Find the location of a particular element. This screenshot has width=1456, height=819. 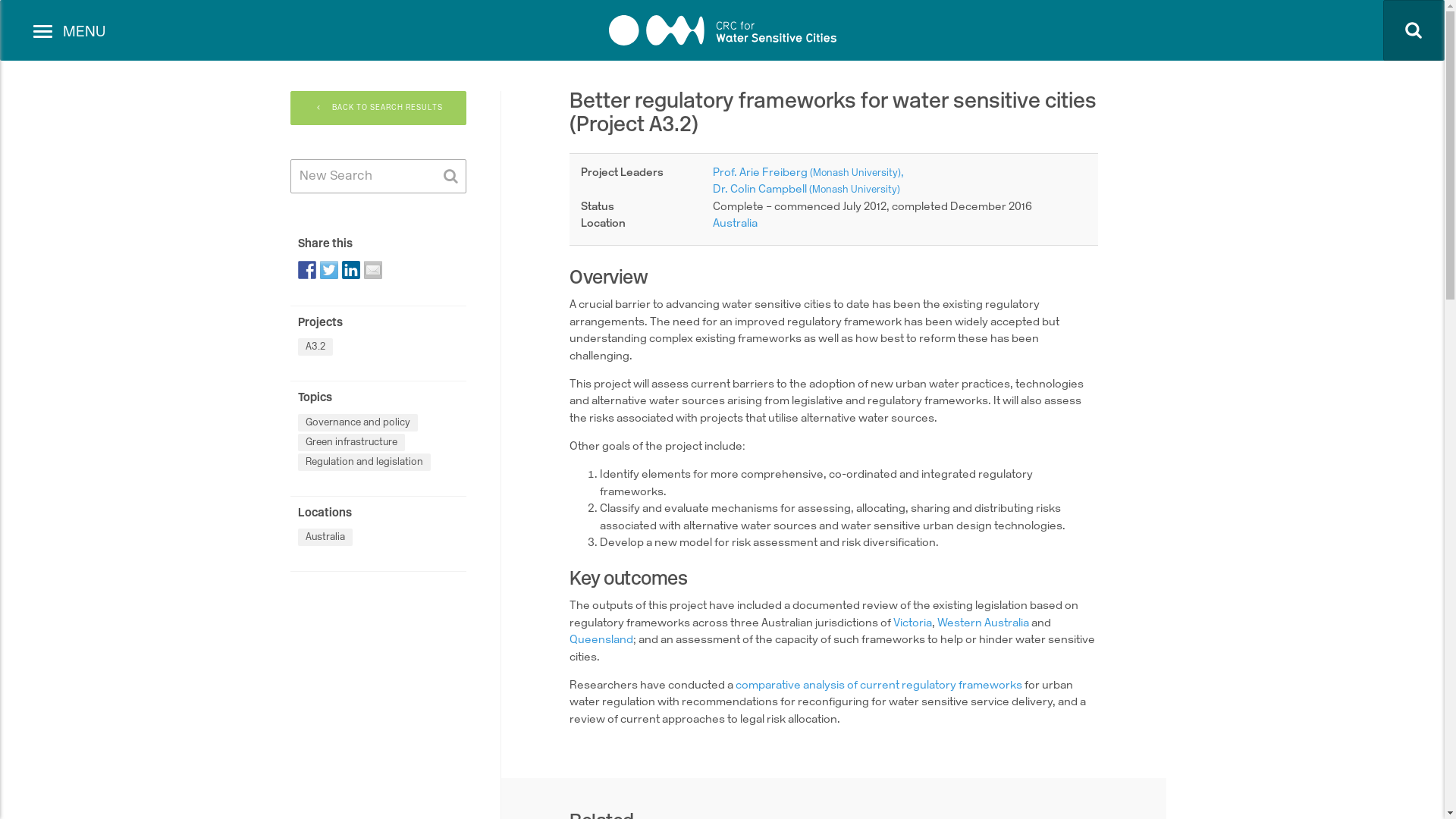

'comparative analysis of current regulatory frameworks' is located at coordinates (878, 686).